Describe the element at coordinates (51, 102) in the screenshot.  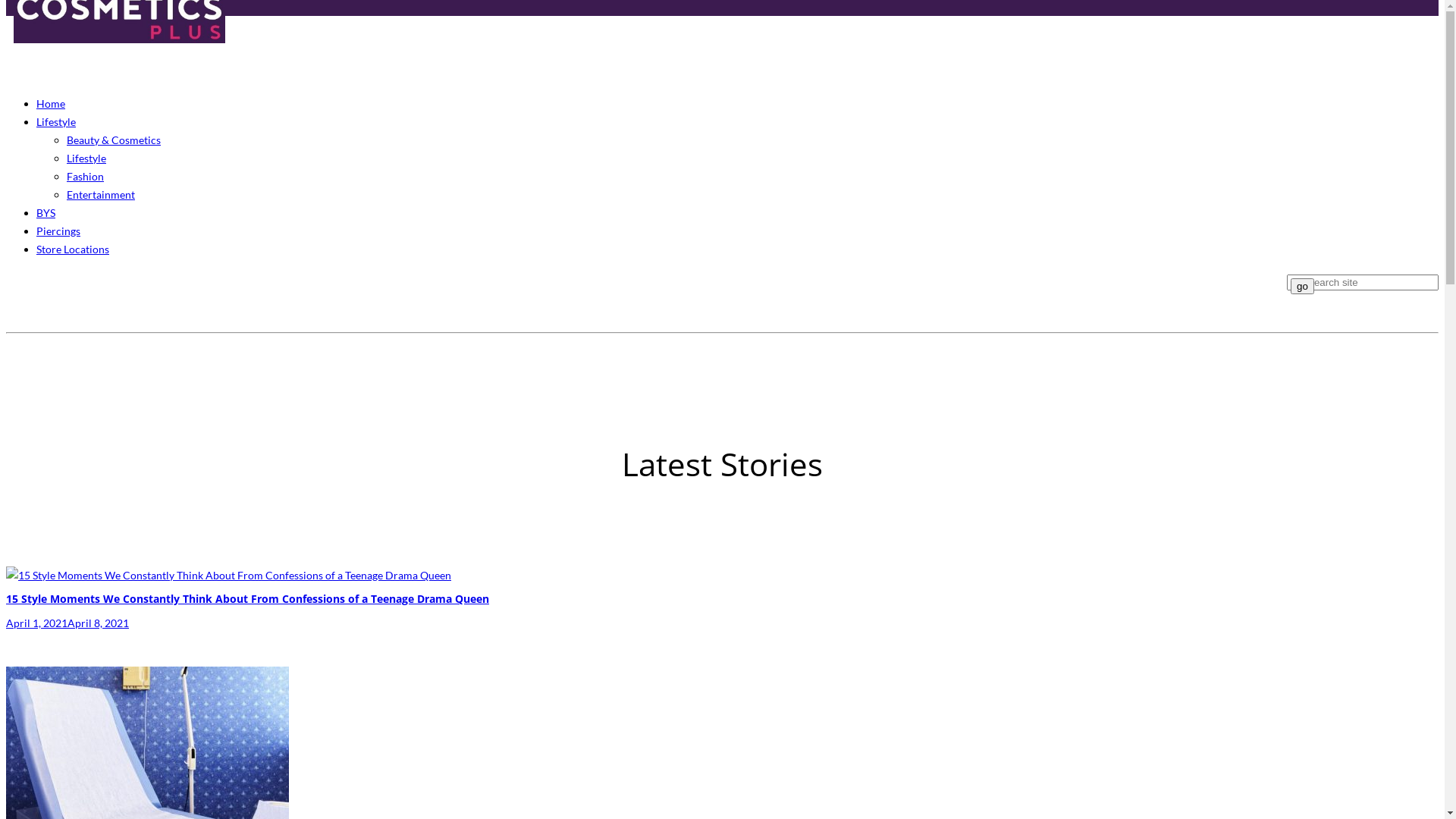
I see `'Home'` at that location.